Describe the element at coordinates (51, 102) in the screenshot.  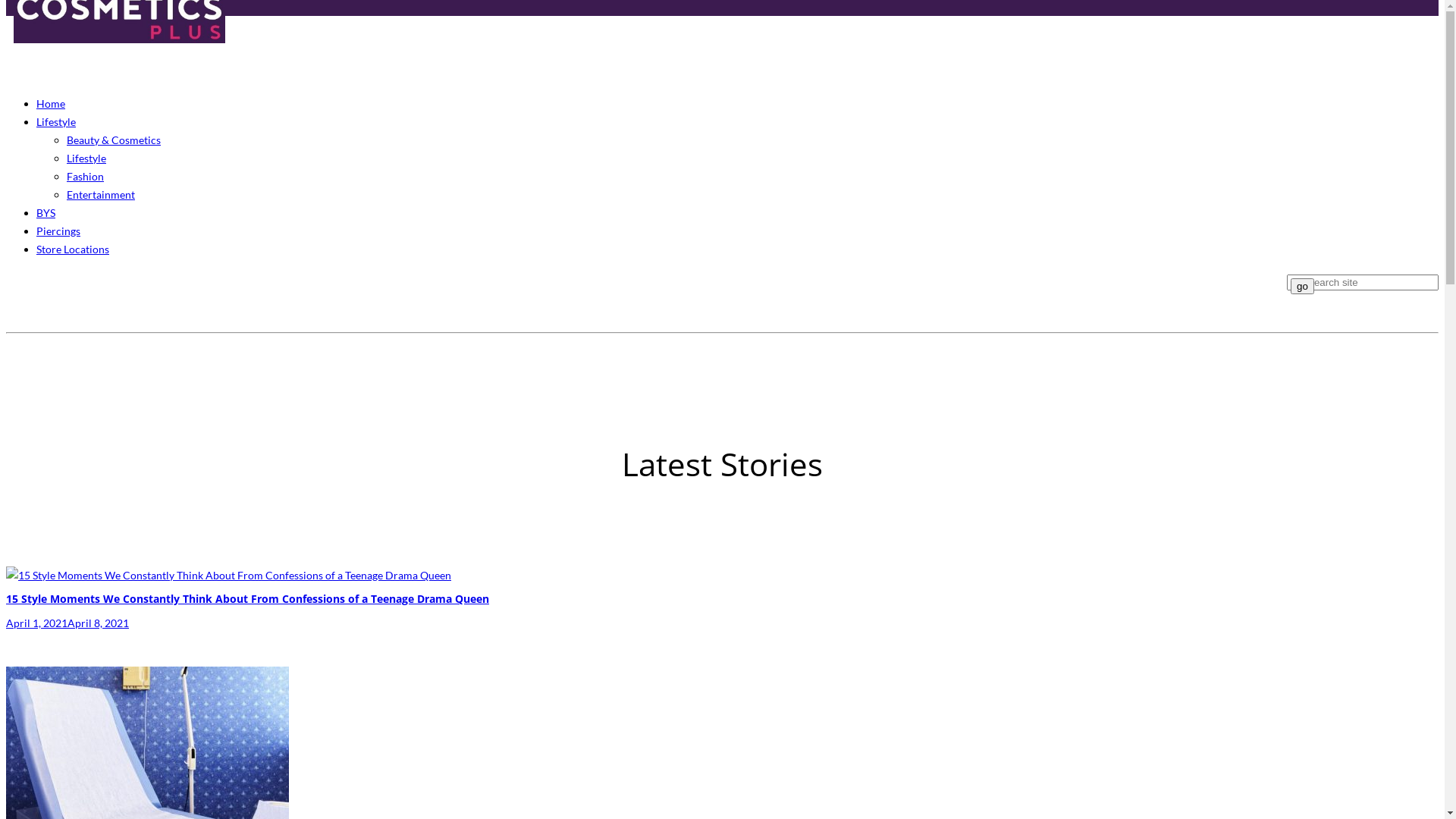
I see `'Home'` at that location.